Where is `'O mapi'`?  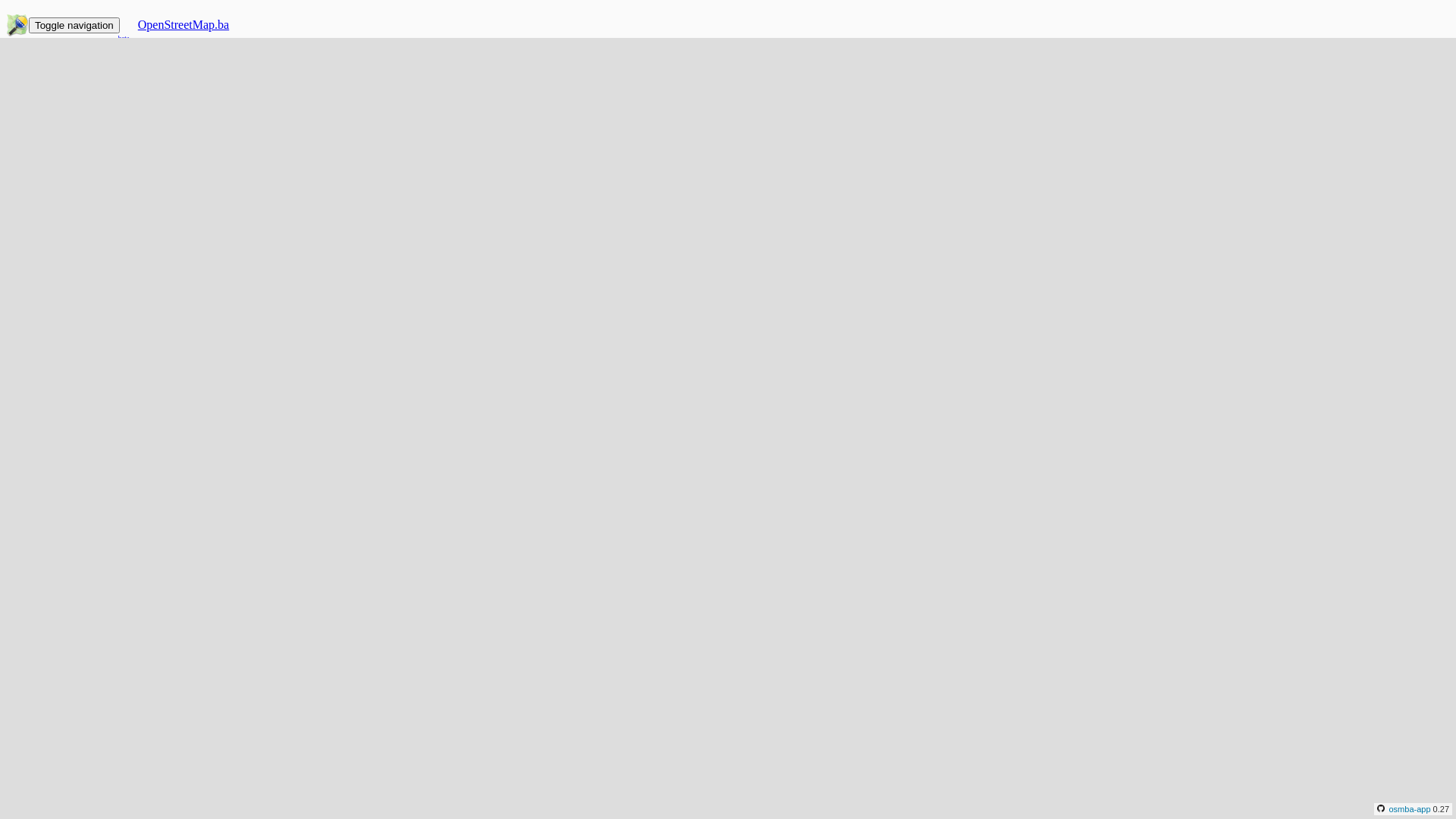 'O mapi' is located at coordinates (55, 61).